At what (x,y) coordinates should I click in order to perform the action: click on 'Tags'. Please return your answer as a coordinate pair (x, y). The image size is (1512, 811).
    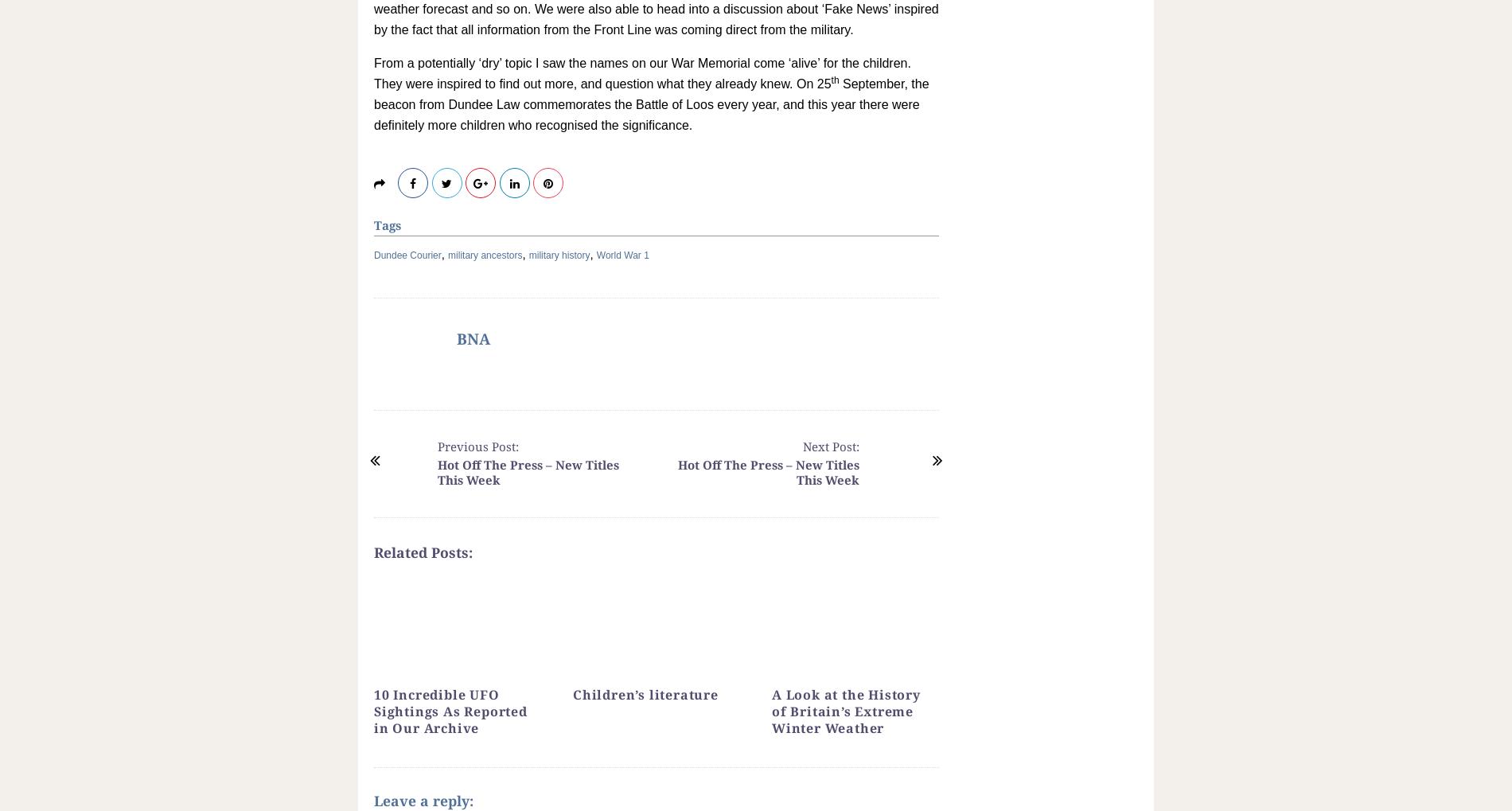
    Looking at the image, I should click on (387, 224).